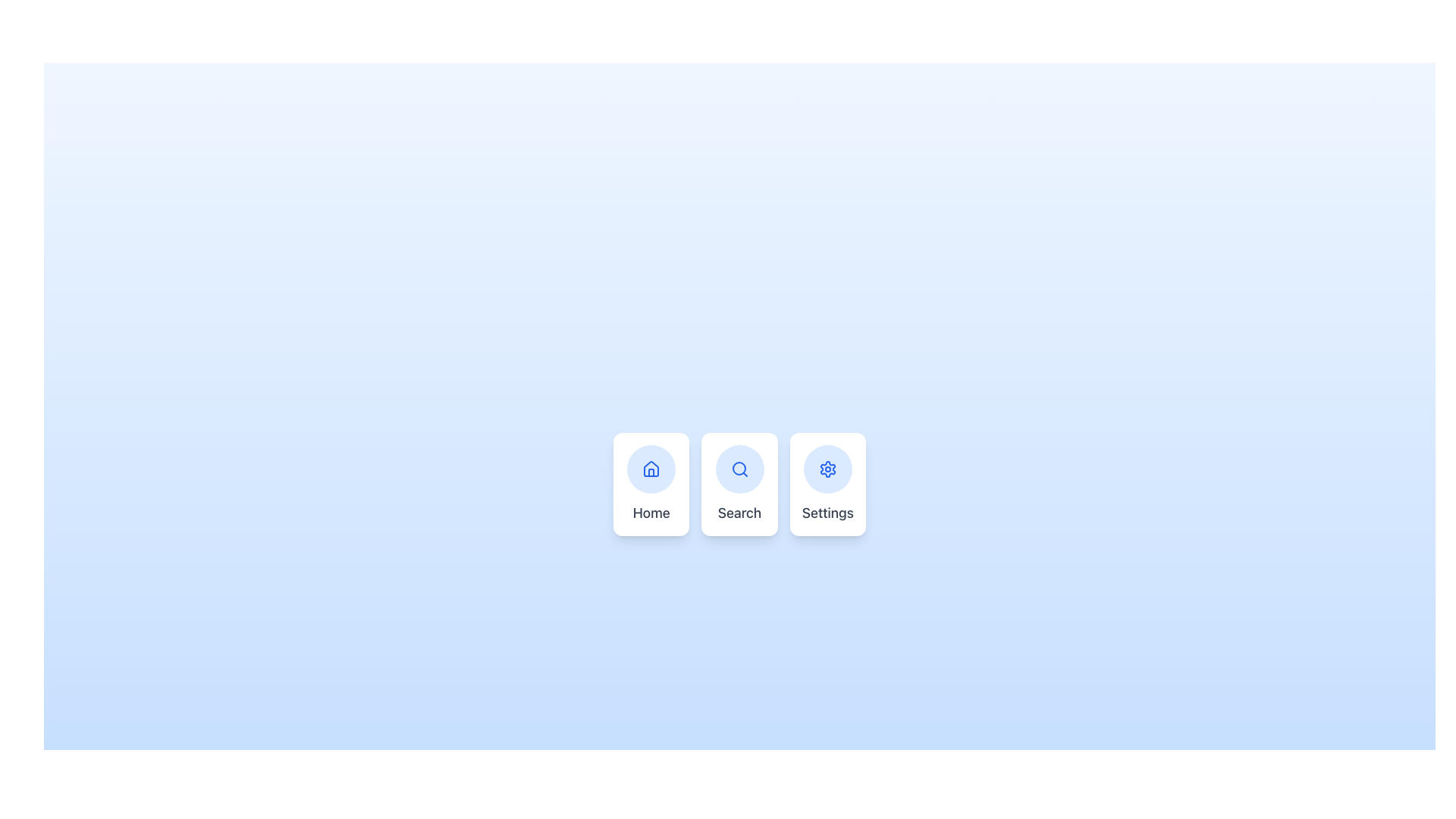  I want to click on the circular cogwheel icon with a light blue background and blue border, located at the top center of the 'Settings' card, so click(827, 468).